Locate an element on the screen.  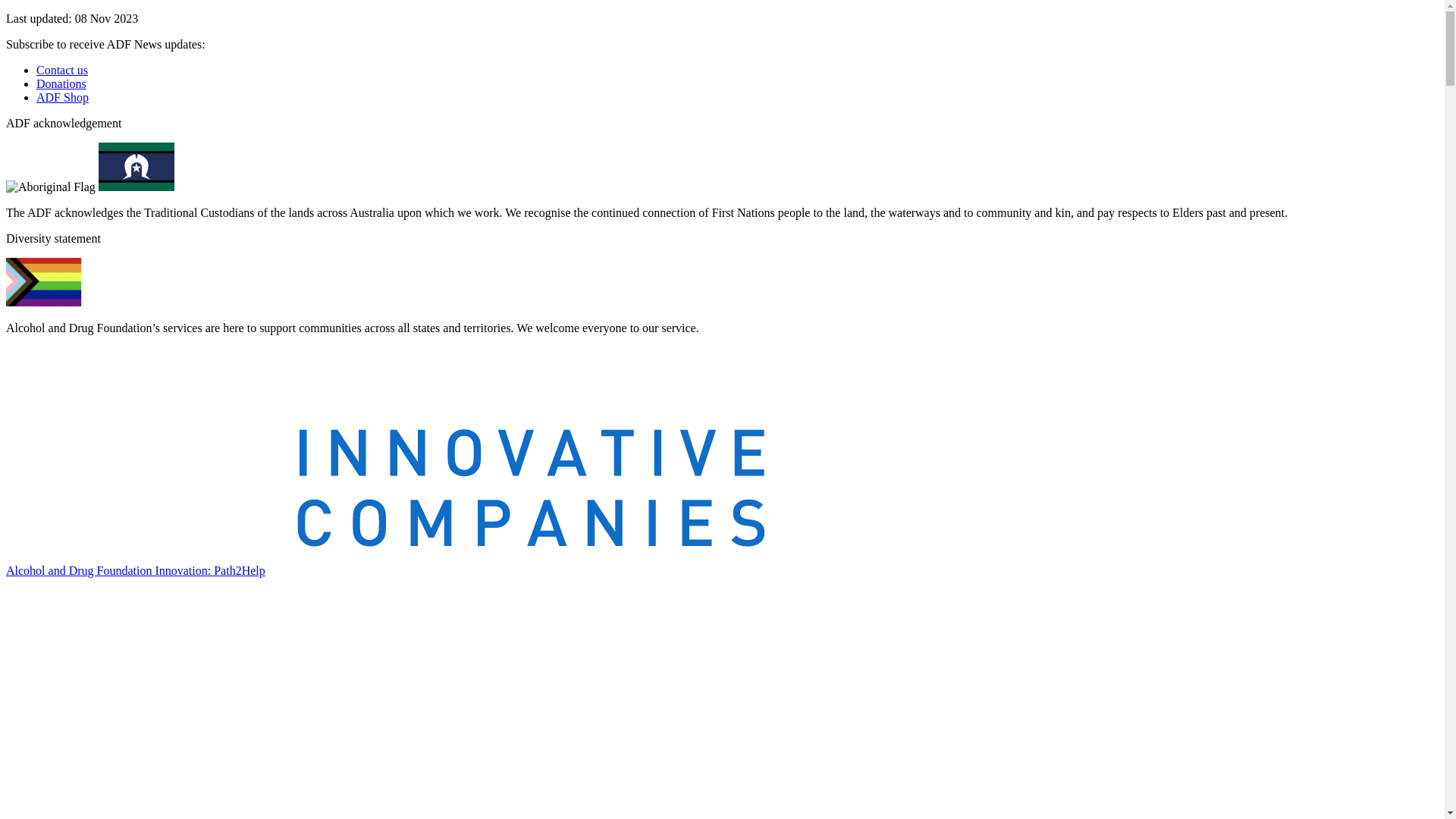
'Contact us' is located at coordinates (61, 70).